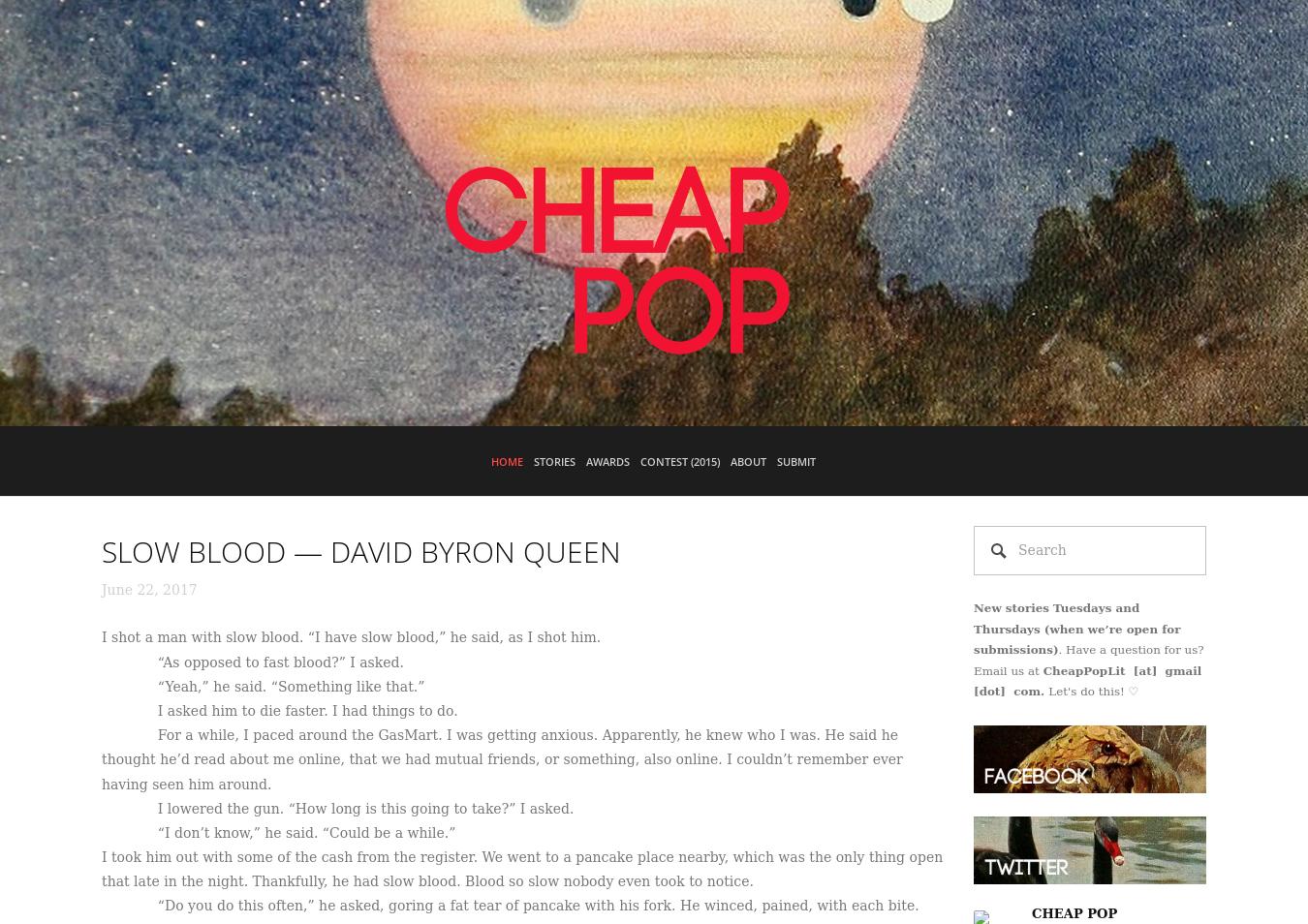 The width and height of the screenshot is (1308, 924). I want to click on 'Stories', so click(554, 460).